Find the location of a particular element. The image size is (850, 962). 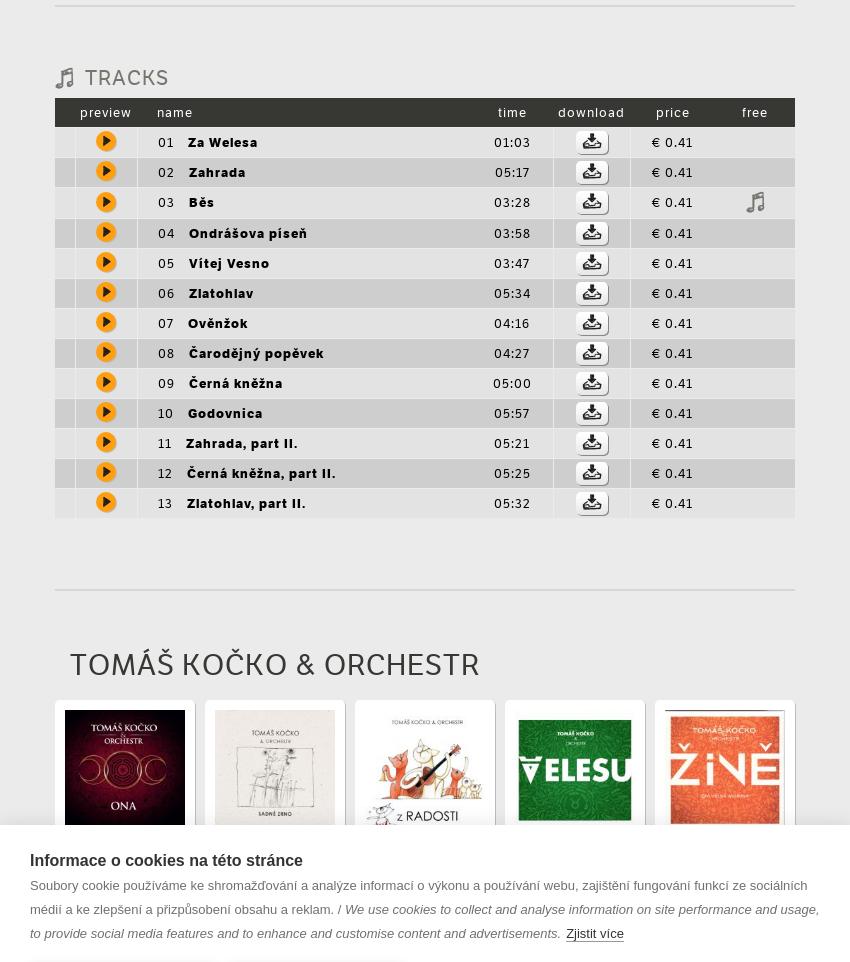

'Černá kněžna' is located at coordinates (235, 382).